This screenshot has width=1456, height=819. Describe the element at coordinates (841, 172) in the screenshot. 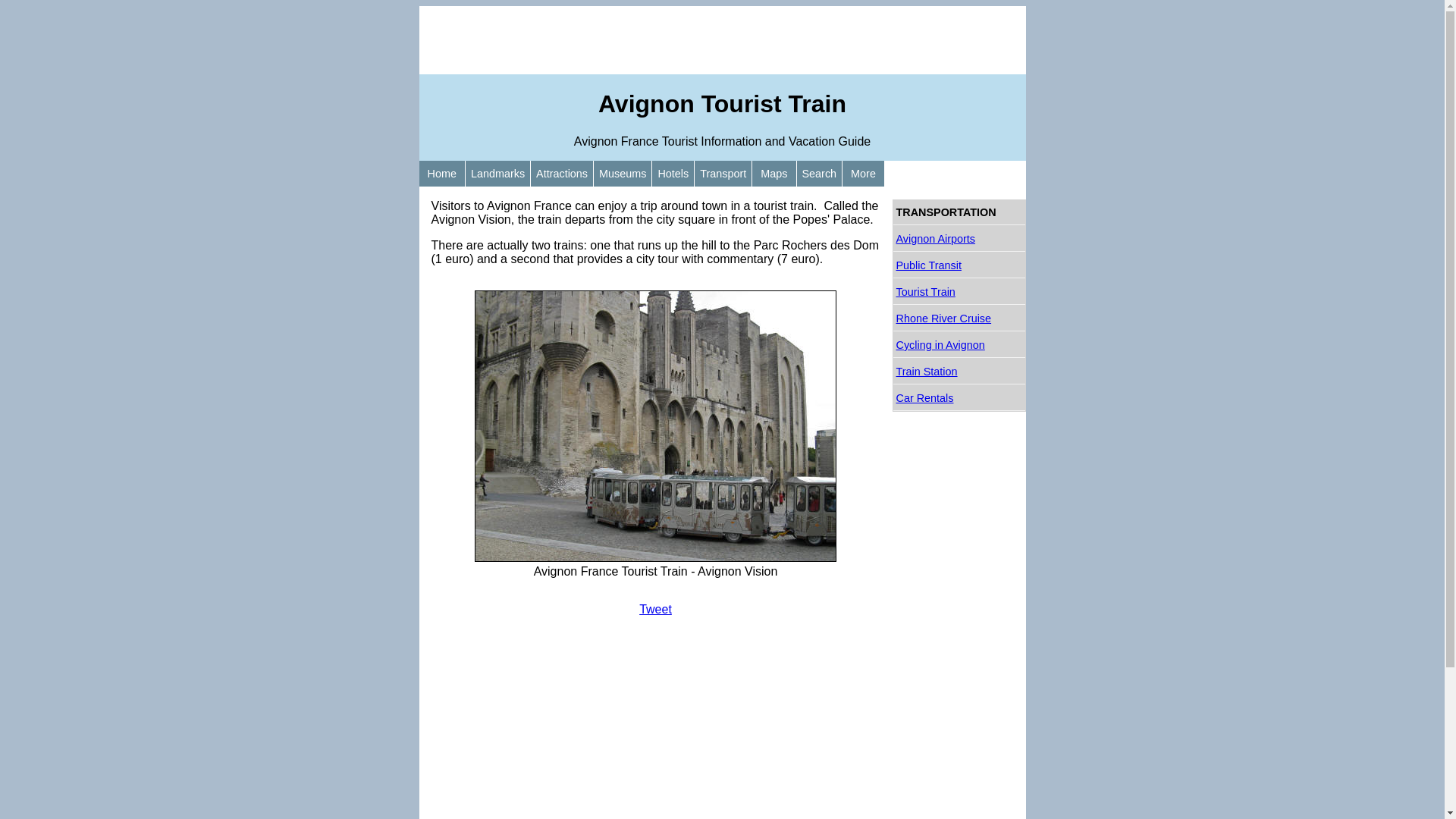

I see `' More '` at that location.